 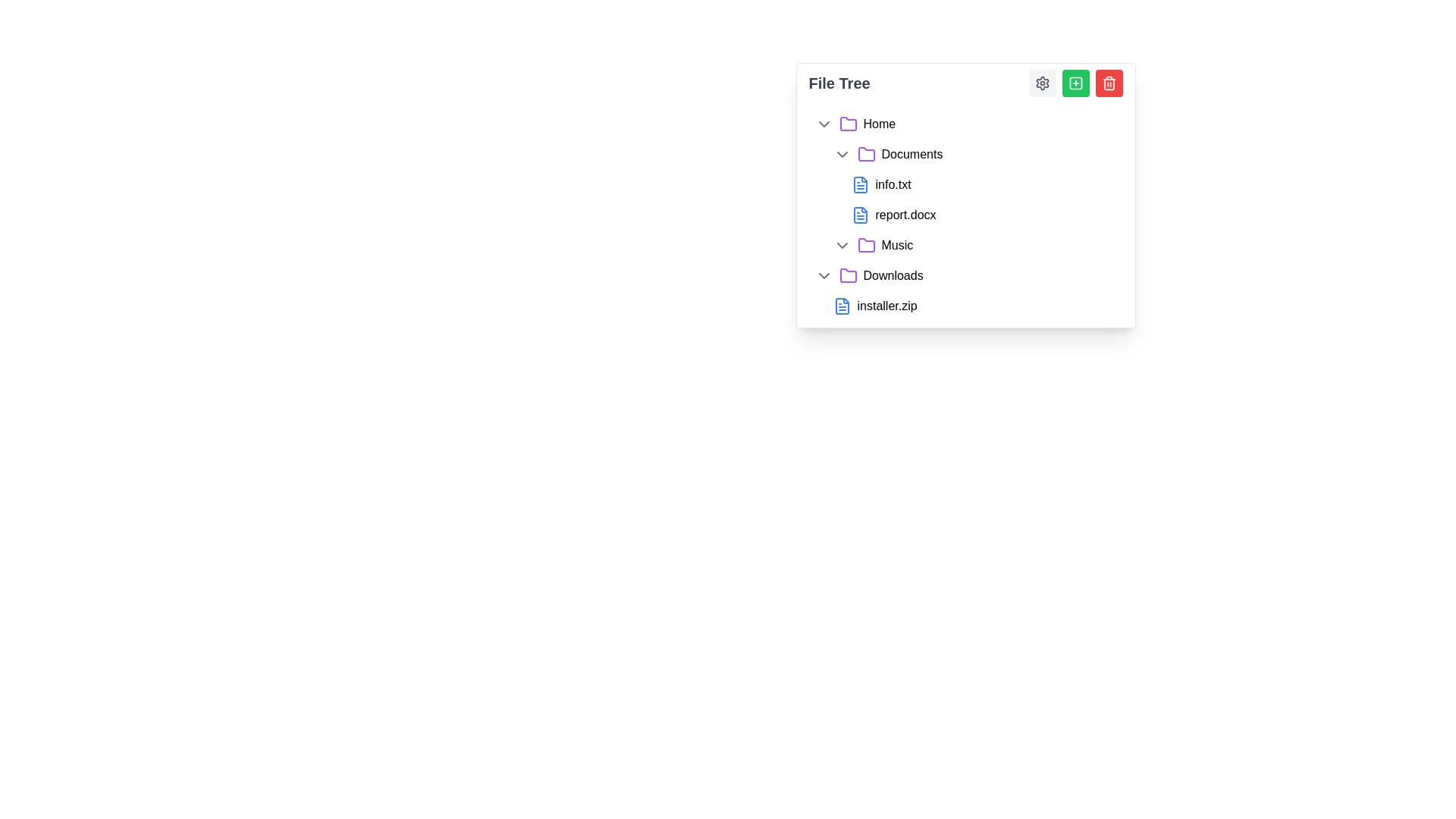 What do you see at coordinates (1075, 83) in the screenshot?
I see `the green square button with rounded corners containing a white plus sign` at bounding box center [1075, 83].